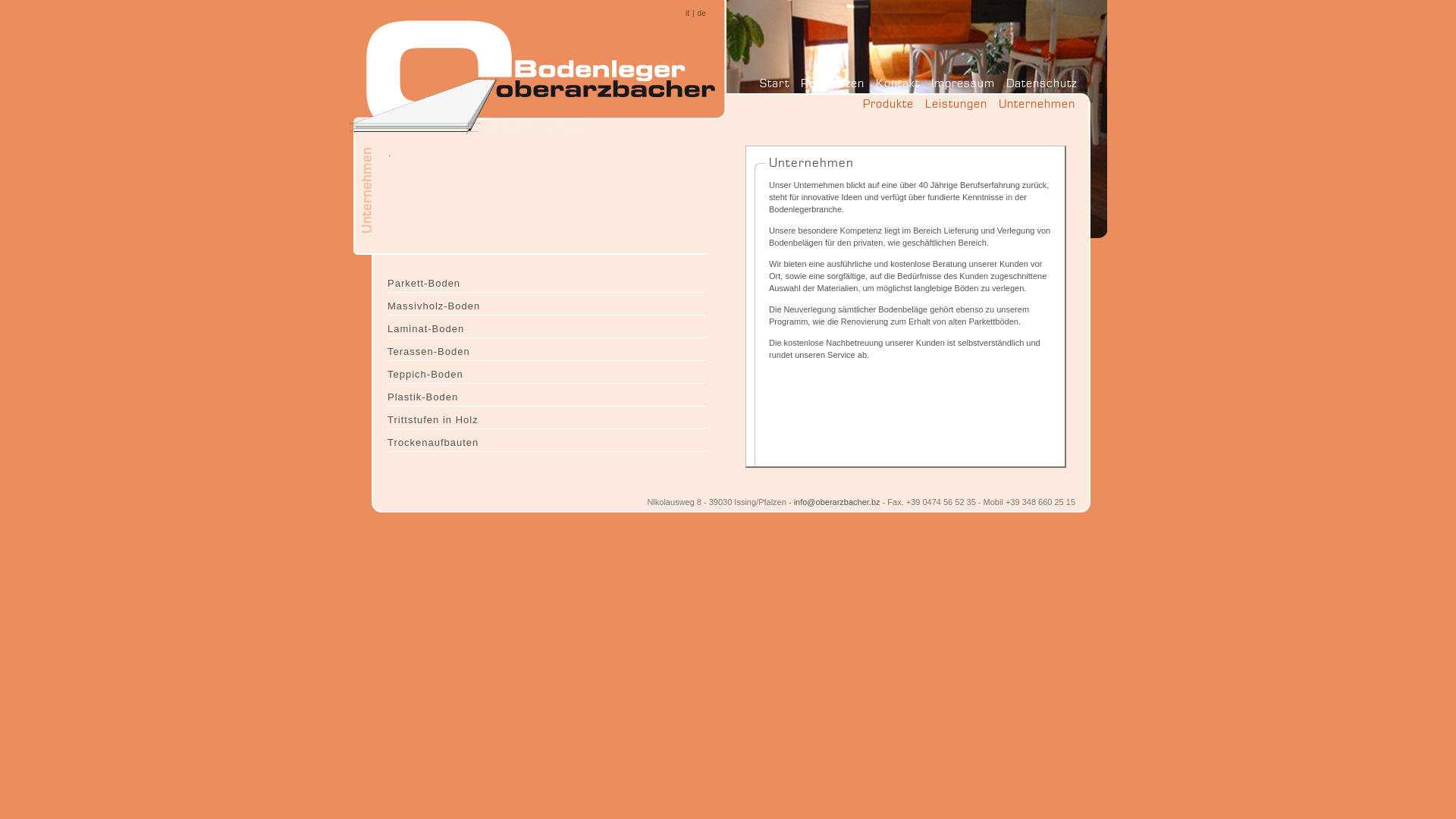 The image size is (1456, 819). What do you see at coordinates (962, 83) in the screenshot?
I see `'Impressum'` at bounding box center [962, 83].